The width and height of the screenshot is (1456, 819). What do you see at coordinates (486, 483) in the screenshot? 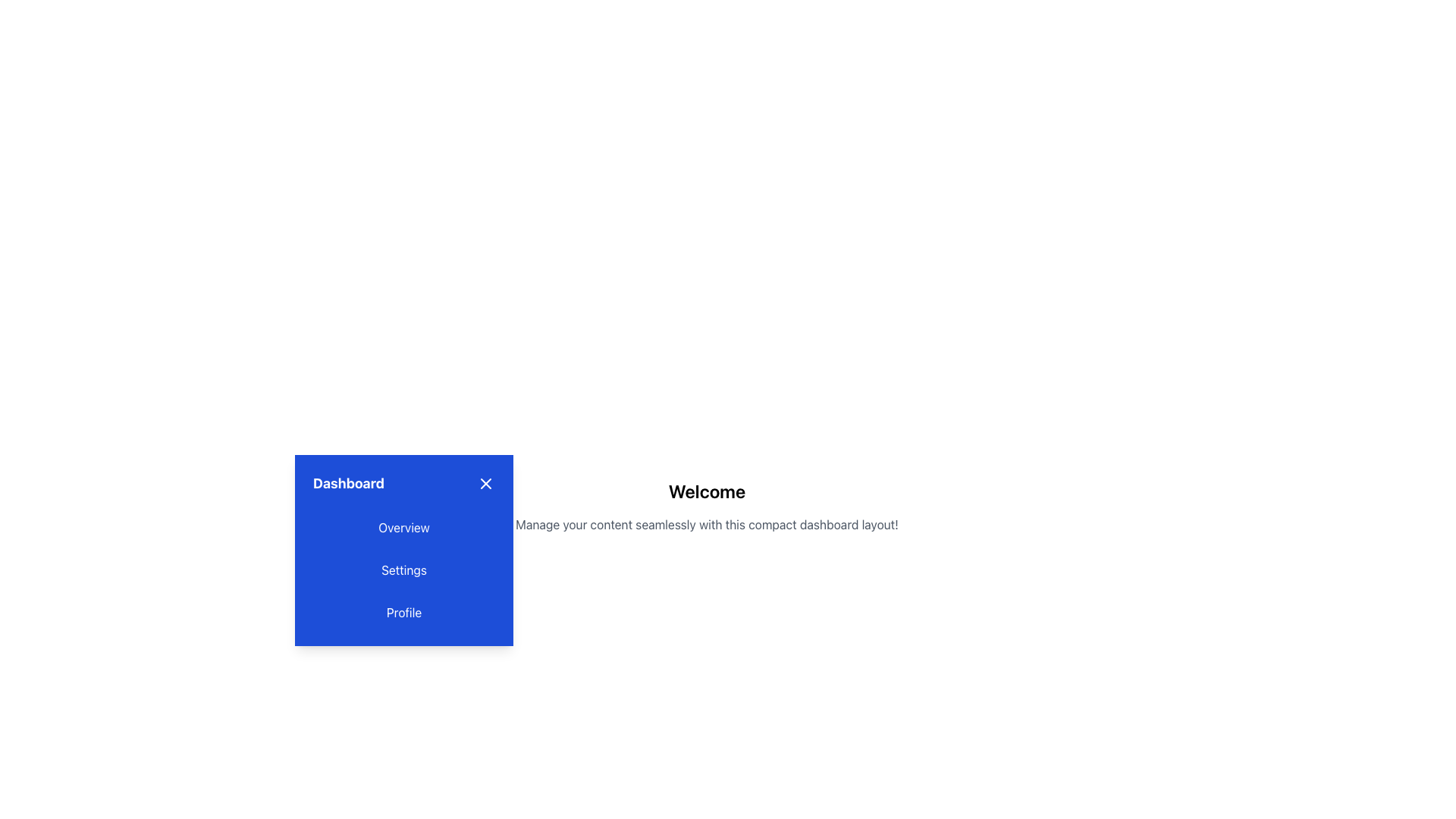
I see `the 'X' icon button located at the top-right corner of the blue 'Dashboard' panel to interact with it` at bounding box center [486, 483].